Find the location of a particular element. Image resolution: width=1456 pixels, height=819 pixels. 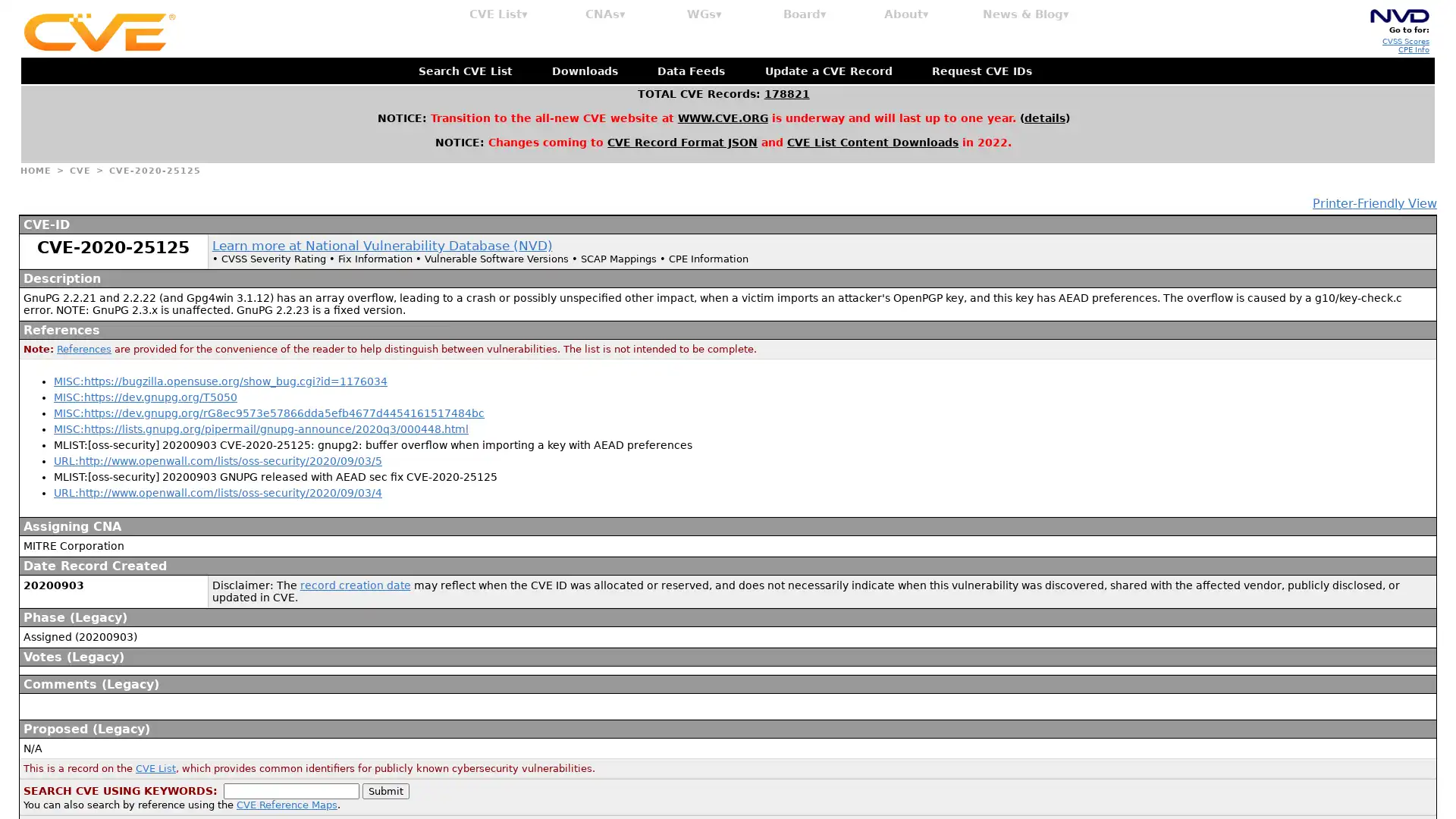

About is located at coordinates (906, 14).